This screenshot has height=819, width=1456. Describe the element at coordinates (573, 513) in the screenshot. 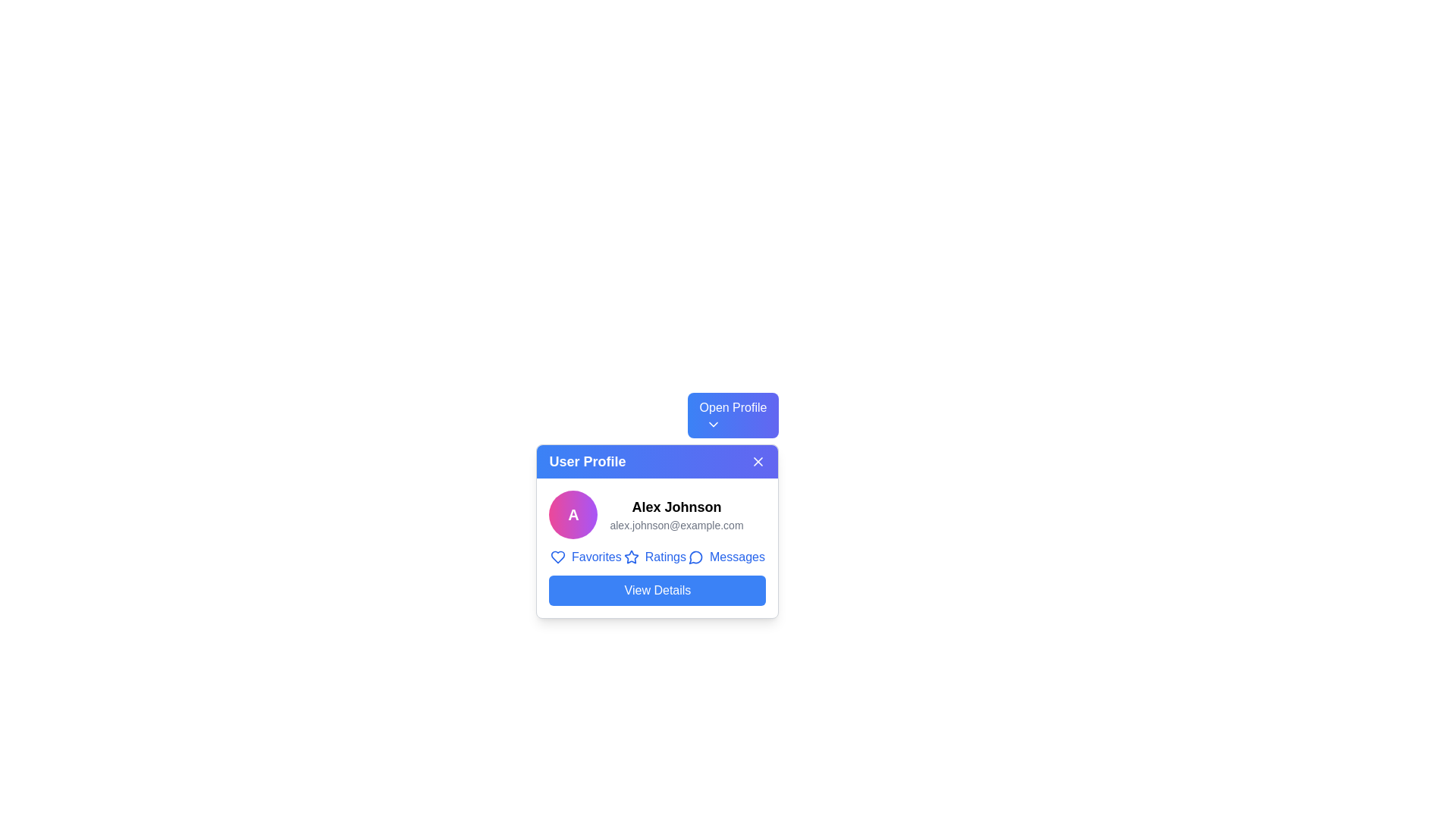

I see `the circular avatar icon with a gradient color transitioning from pink to purple, featuring a bold white letter 'A' in the center, located at the top-left corner of the user profile card` at that location.